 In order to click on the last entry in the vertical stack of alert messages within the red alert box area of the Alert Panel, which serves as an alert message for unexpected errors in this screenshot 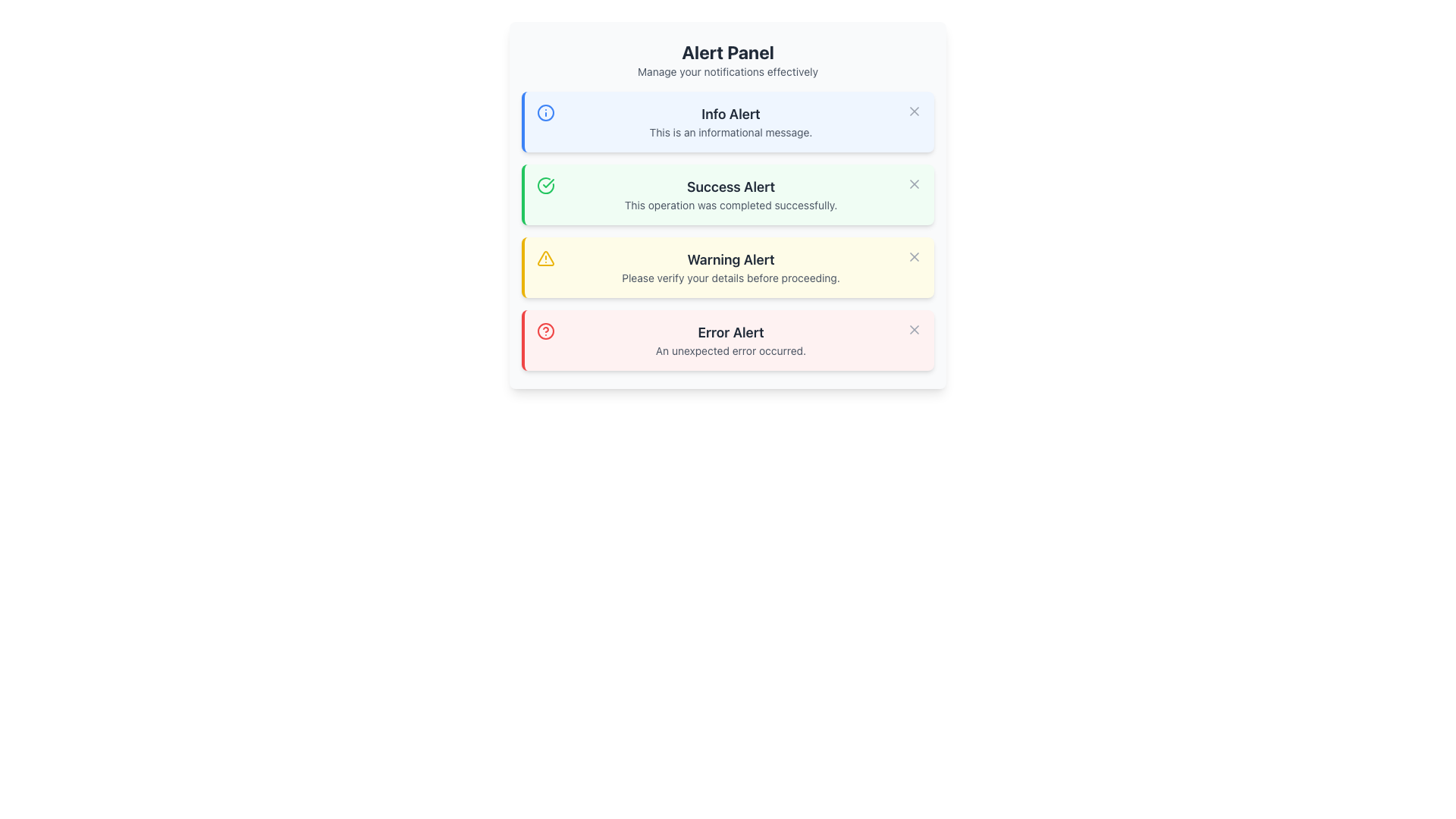, I will do `click(731, 339)`.